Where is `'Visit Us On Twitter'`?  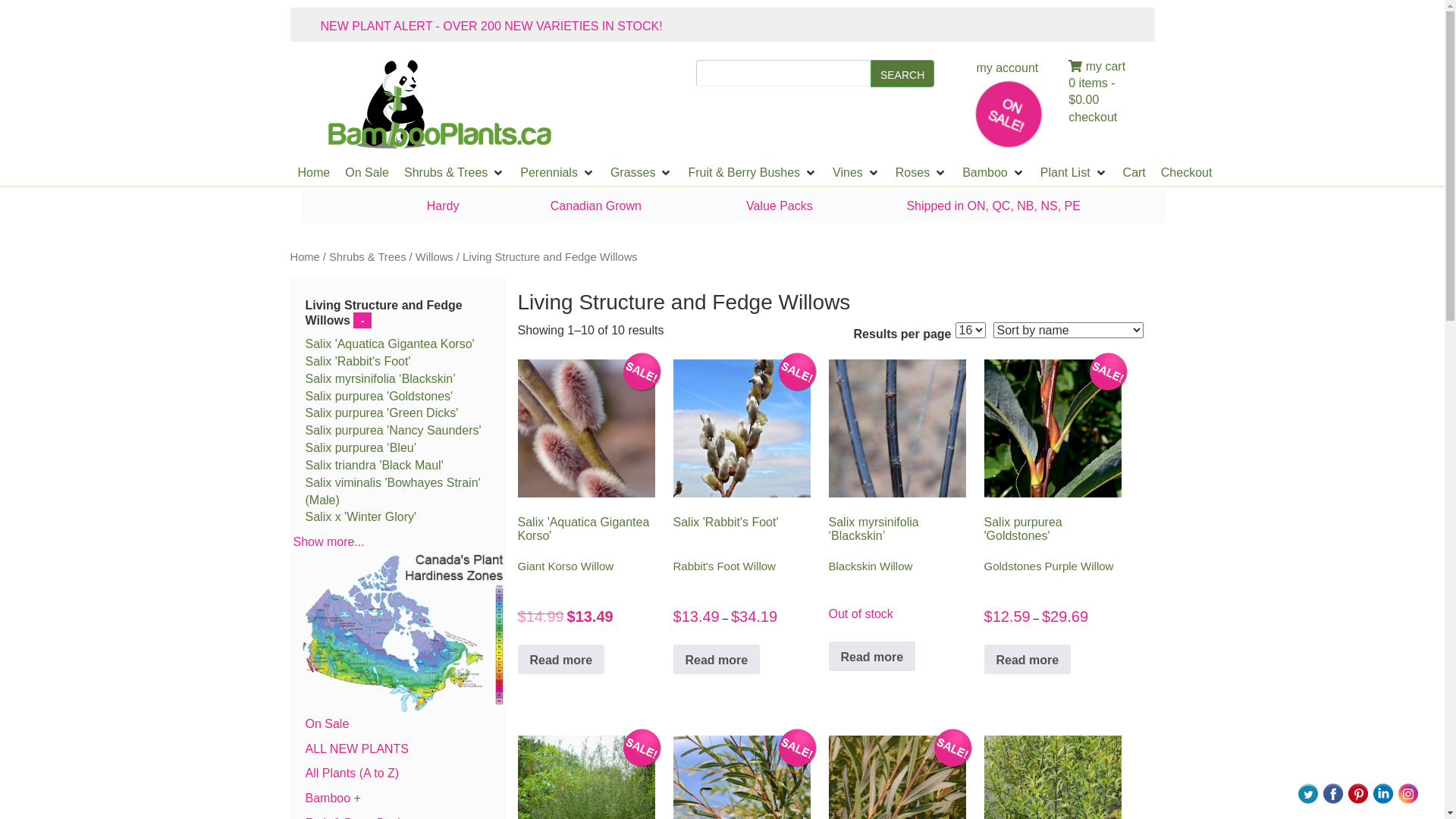 'Visit Us On Twitter' is located at coordinates (1307, 791).